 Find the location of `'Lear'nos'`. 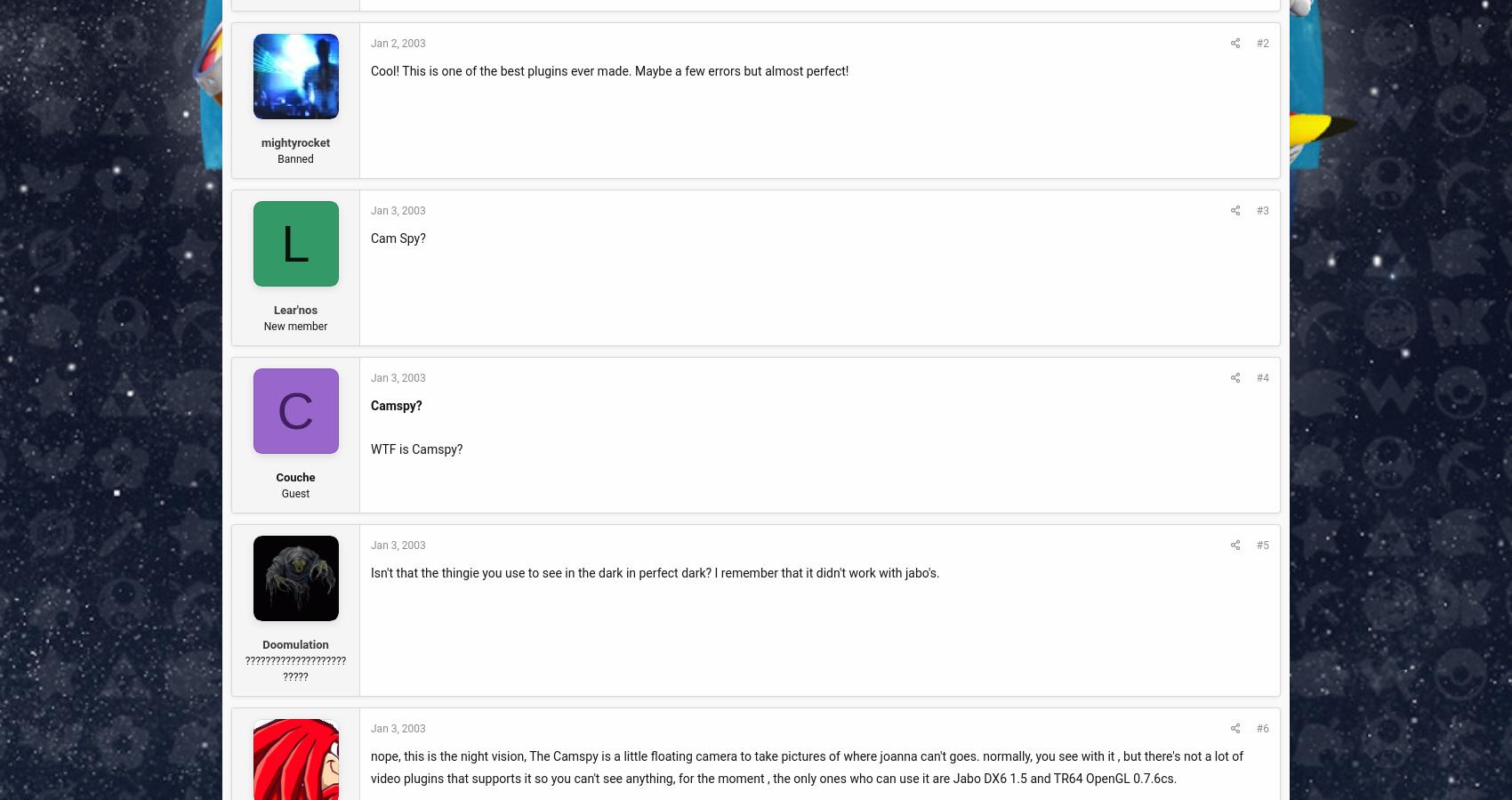

'Lear'nos' is located at coordinates (273, 308).